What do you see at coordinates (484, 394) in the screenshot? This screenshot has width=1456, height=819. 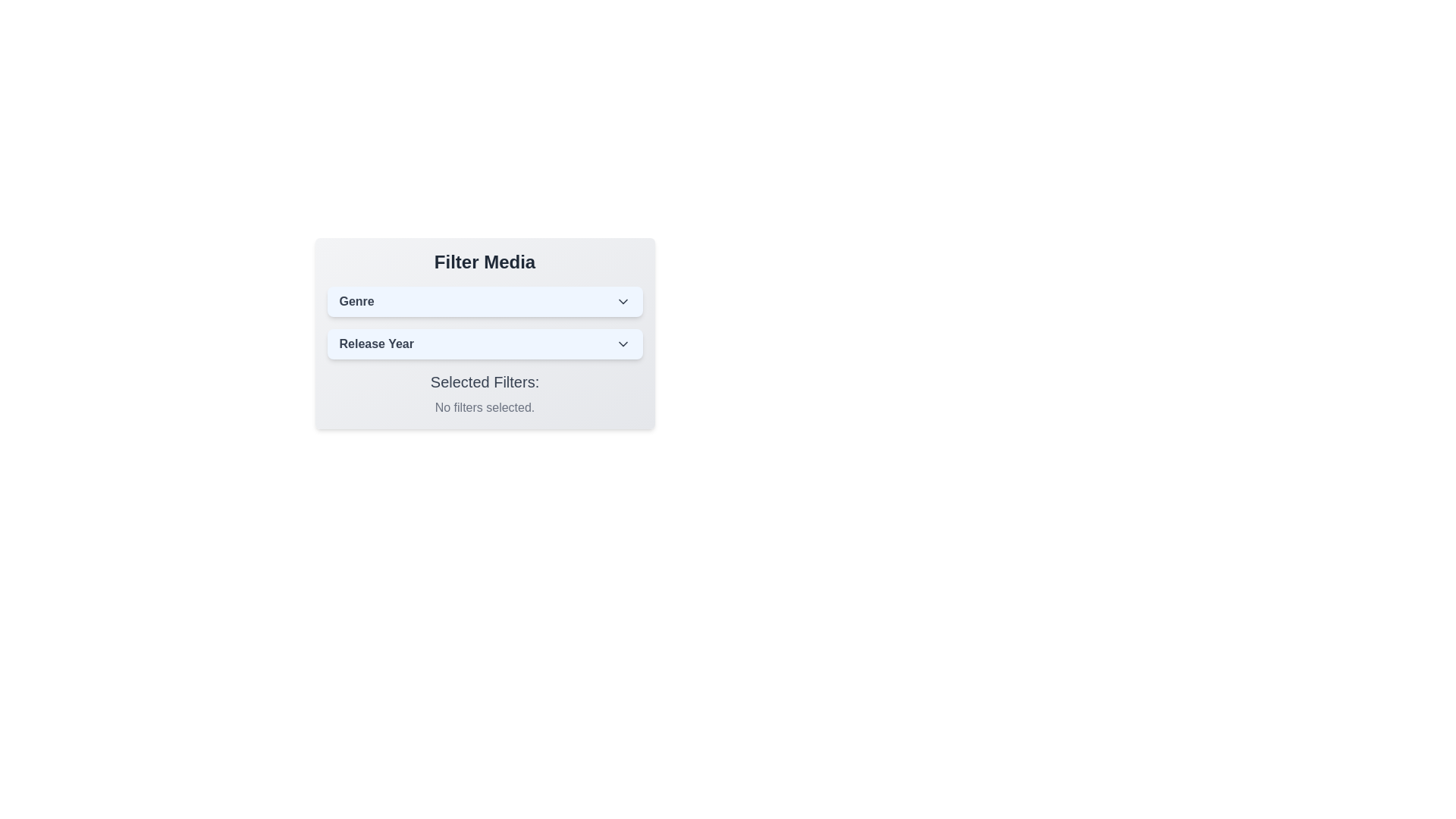 I see `the Text Display element that indicates the current state of filters, which reads 'Selected Filters:' in bold gray and 'No filters selected.' in lighter text, located under the 'Filter Media' section` at bounding box center [484, 394].